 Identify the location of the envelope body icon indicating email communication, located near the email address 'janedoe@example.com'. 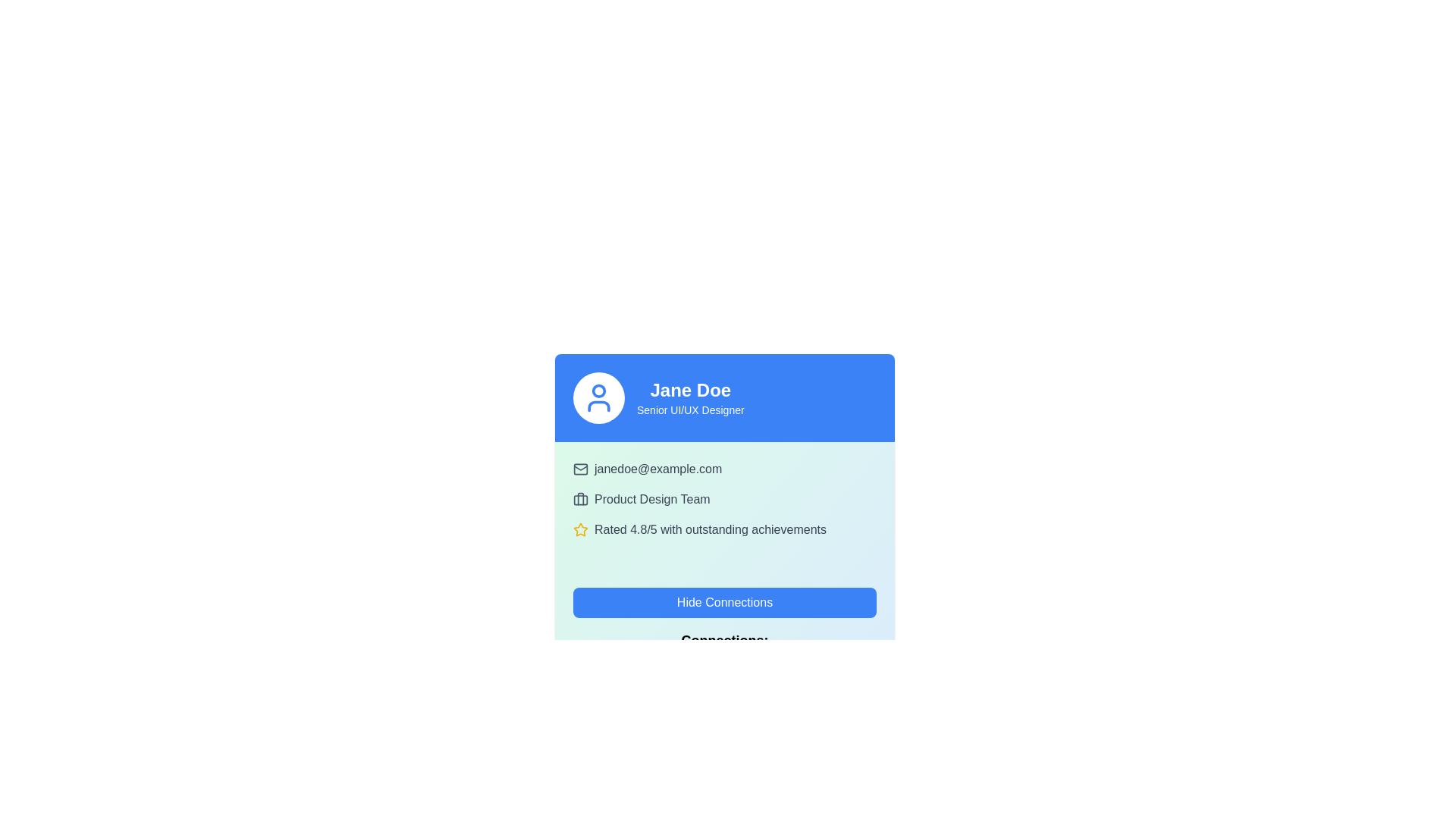
(580, 468).